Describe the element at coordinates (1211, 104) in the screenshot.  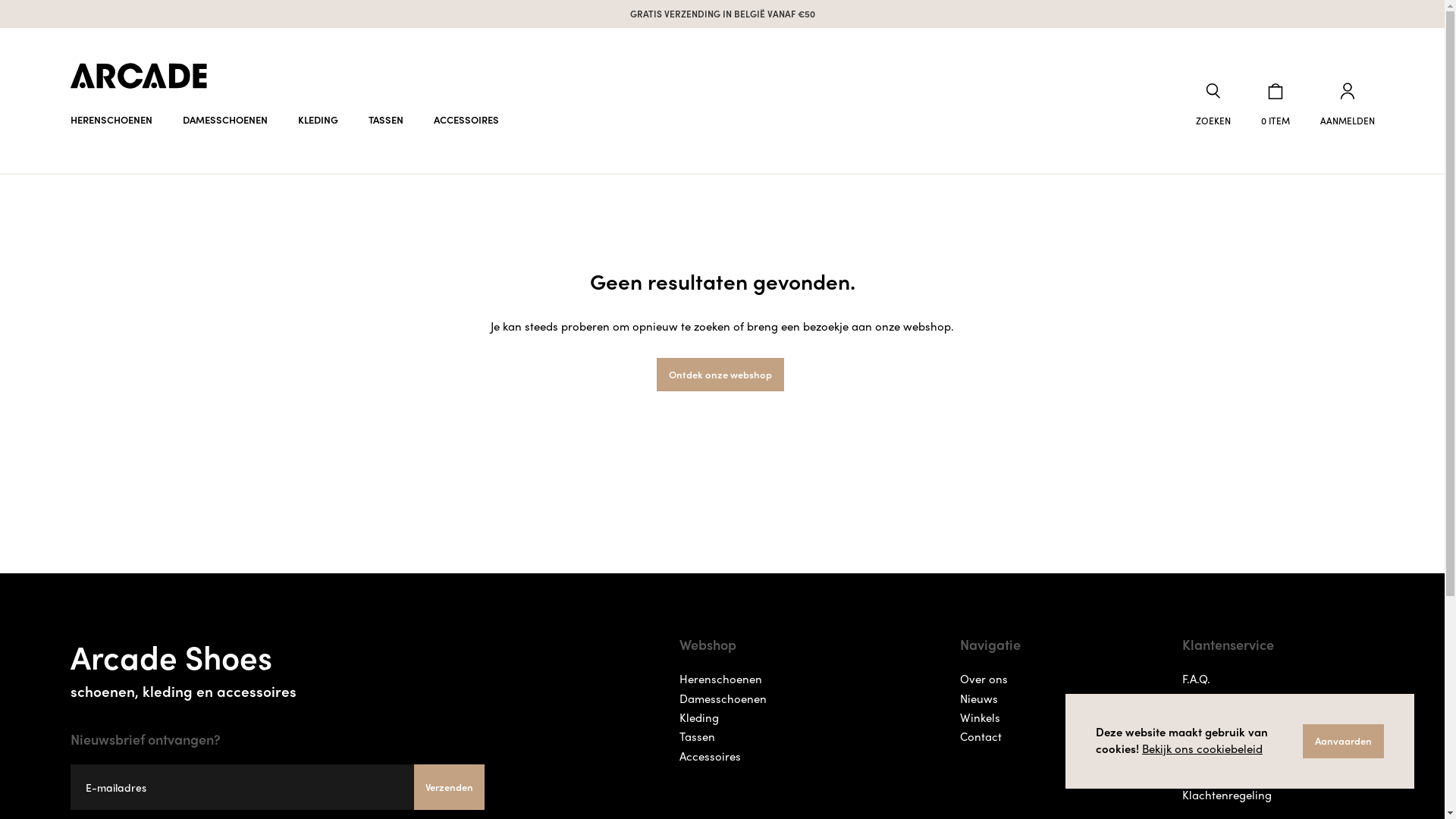
I see `'ZOEKEN'` at that location.